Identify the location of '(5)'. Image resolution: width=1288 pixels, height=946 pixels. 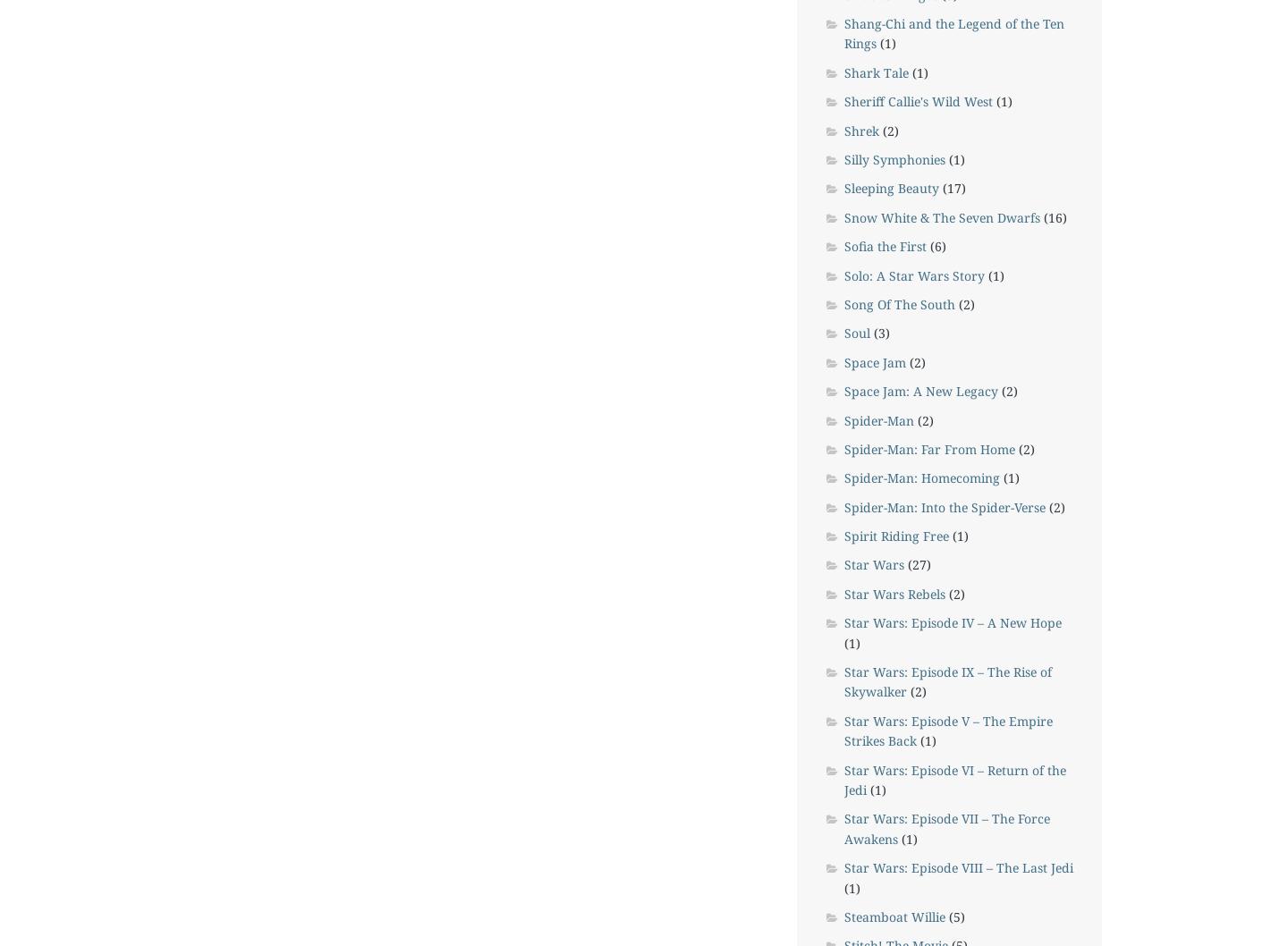
(954, 915).